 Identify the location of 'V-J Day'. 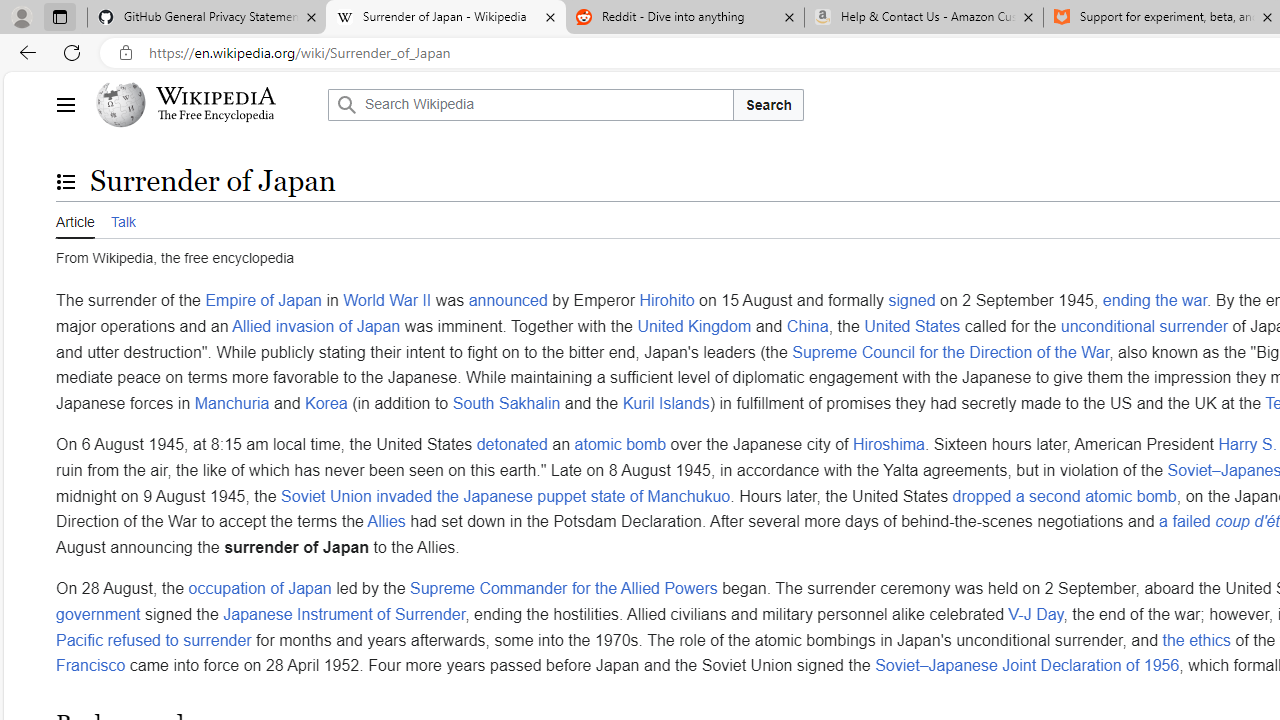
(1036, 612).